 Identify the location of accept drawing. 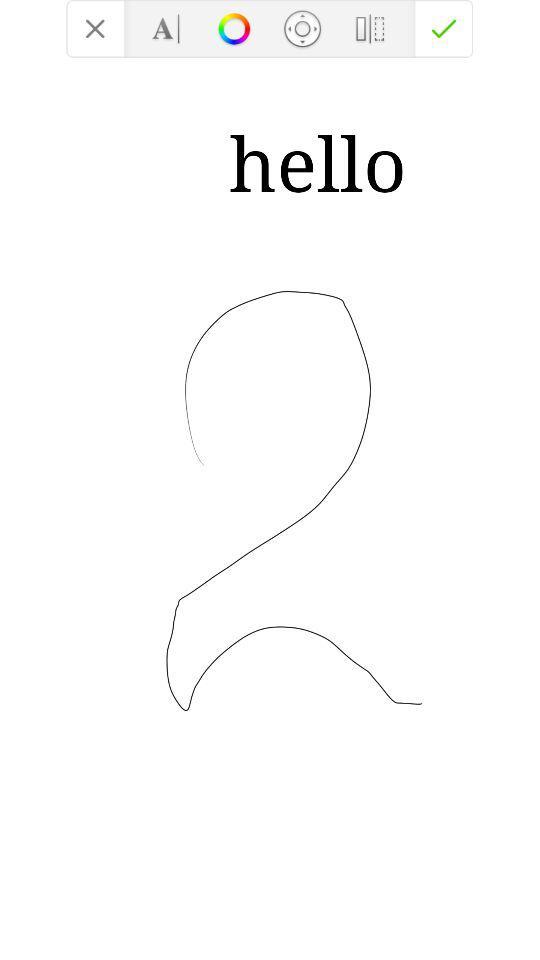
(444, 27).